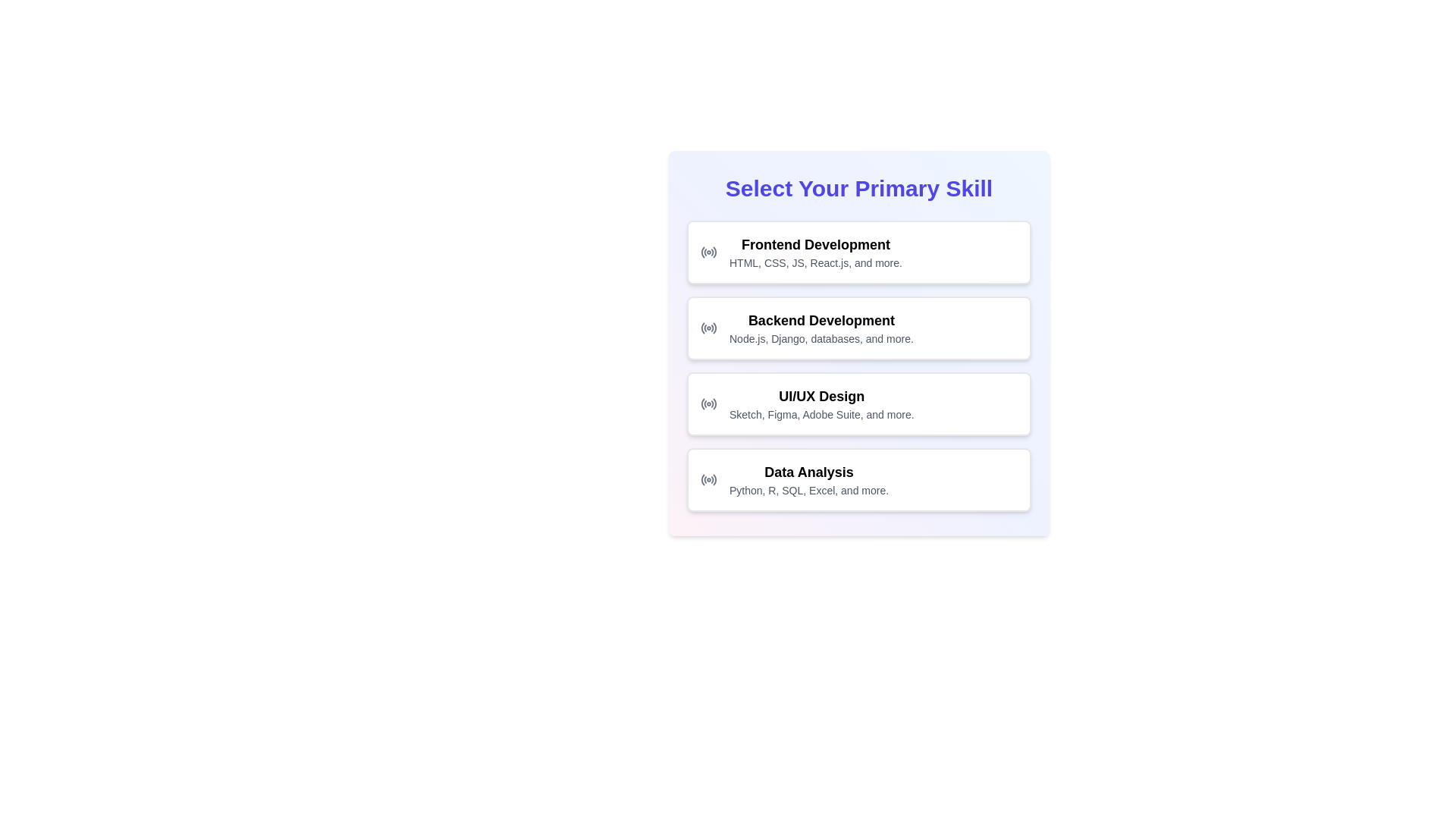  Describe the element at coordinates (808, 491) in the screenshot. I see `the text label providing additional descriptive information about the 'Data Analysis' section, located at the bottom-left corner of the 'Data Analysis' section, below the title` at that location.